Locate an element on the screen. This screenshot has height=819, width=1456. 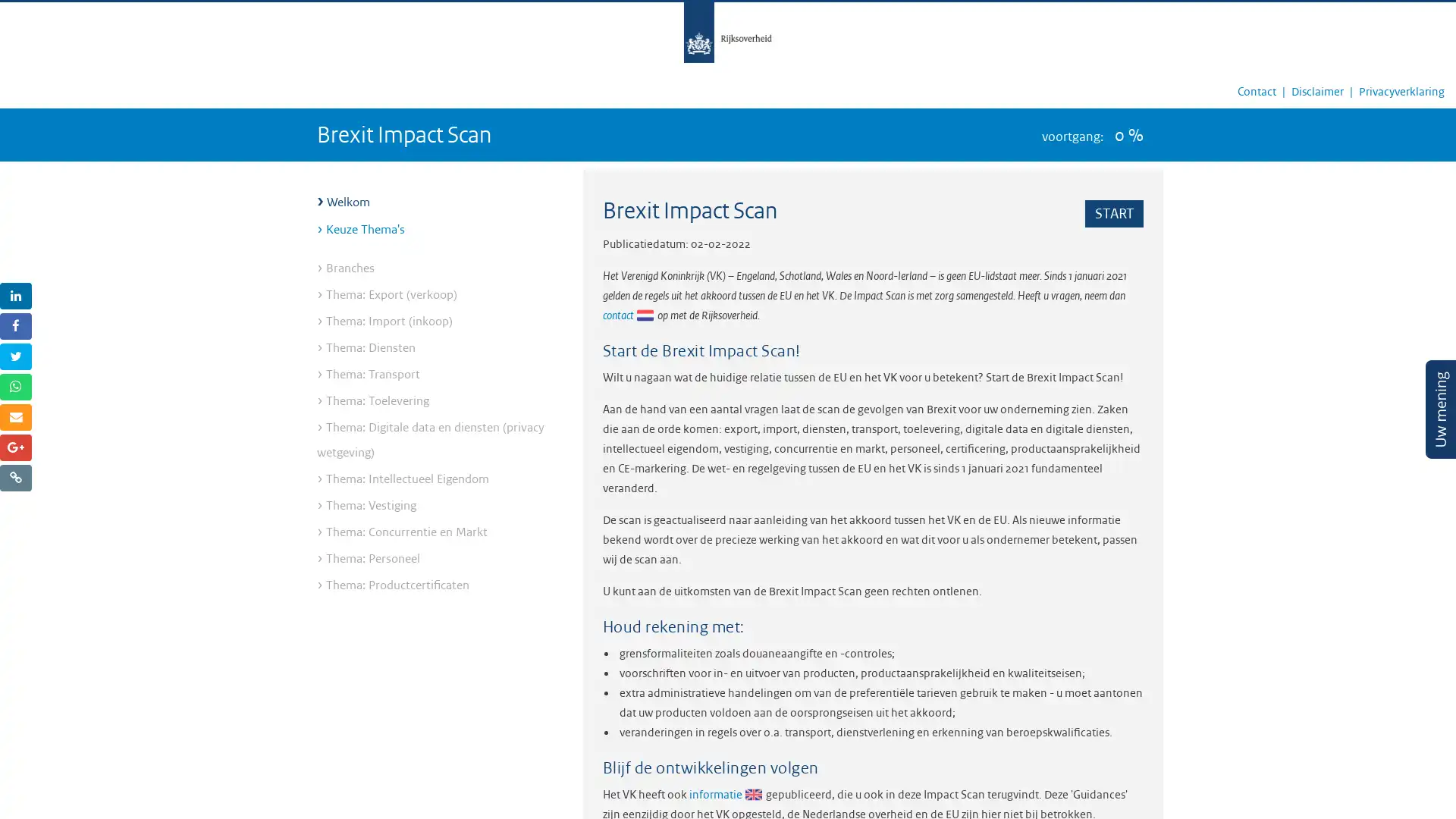
Thema: Export (verkoop) is located at coordinates (436, 294).